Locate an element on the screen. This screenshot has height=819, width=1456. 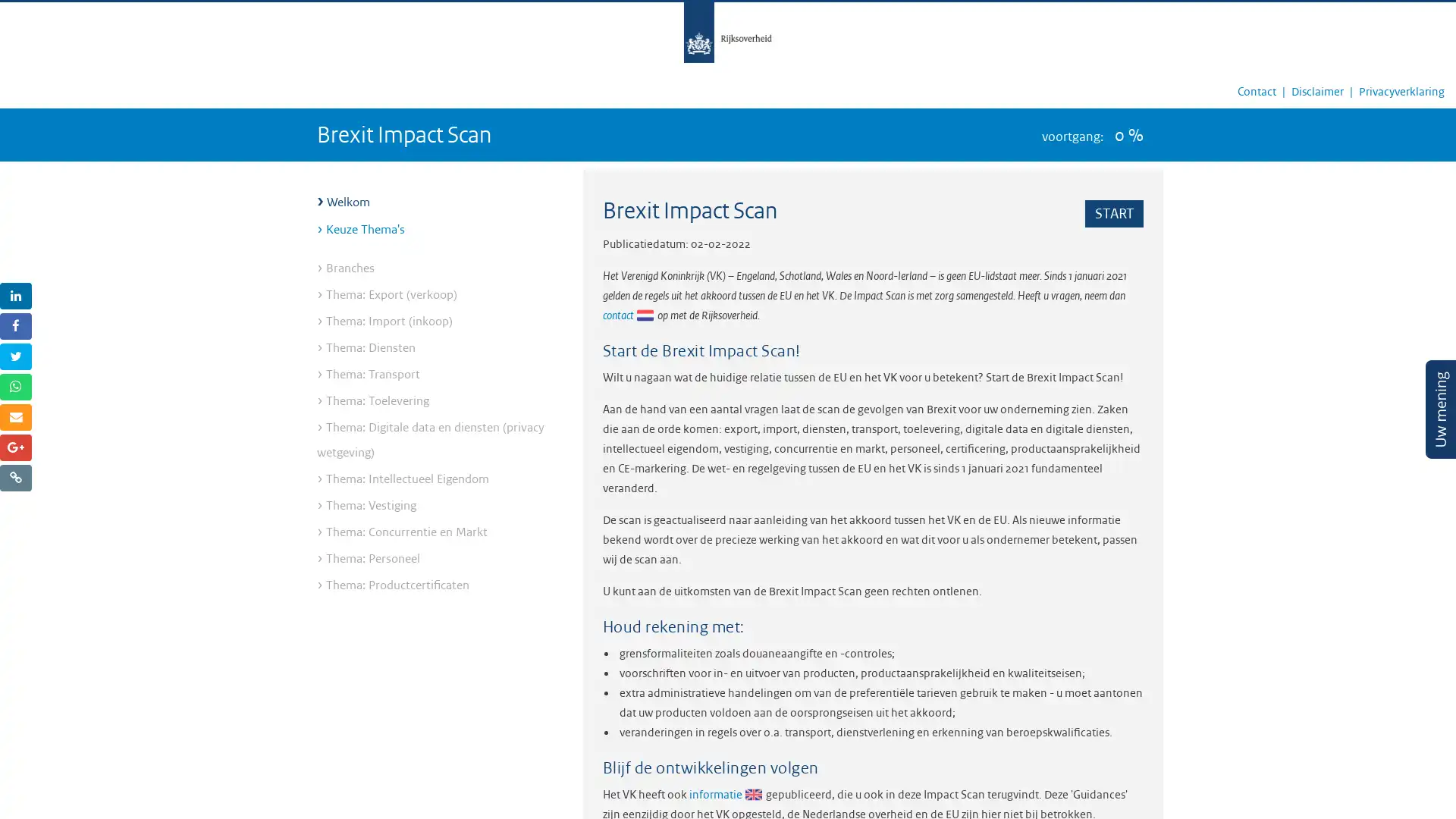
Thema: Export (verkoop) is located at coordinates (436, 294).